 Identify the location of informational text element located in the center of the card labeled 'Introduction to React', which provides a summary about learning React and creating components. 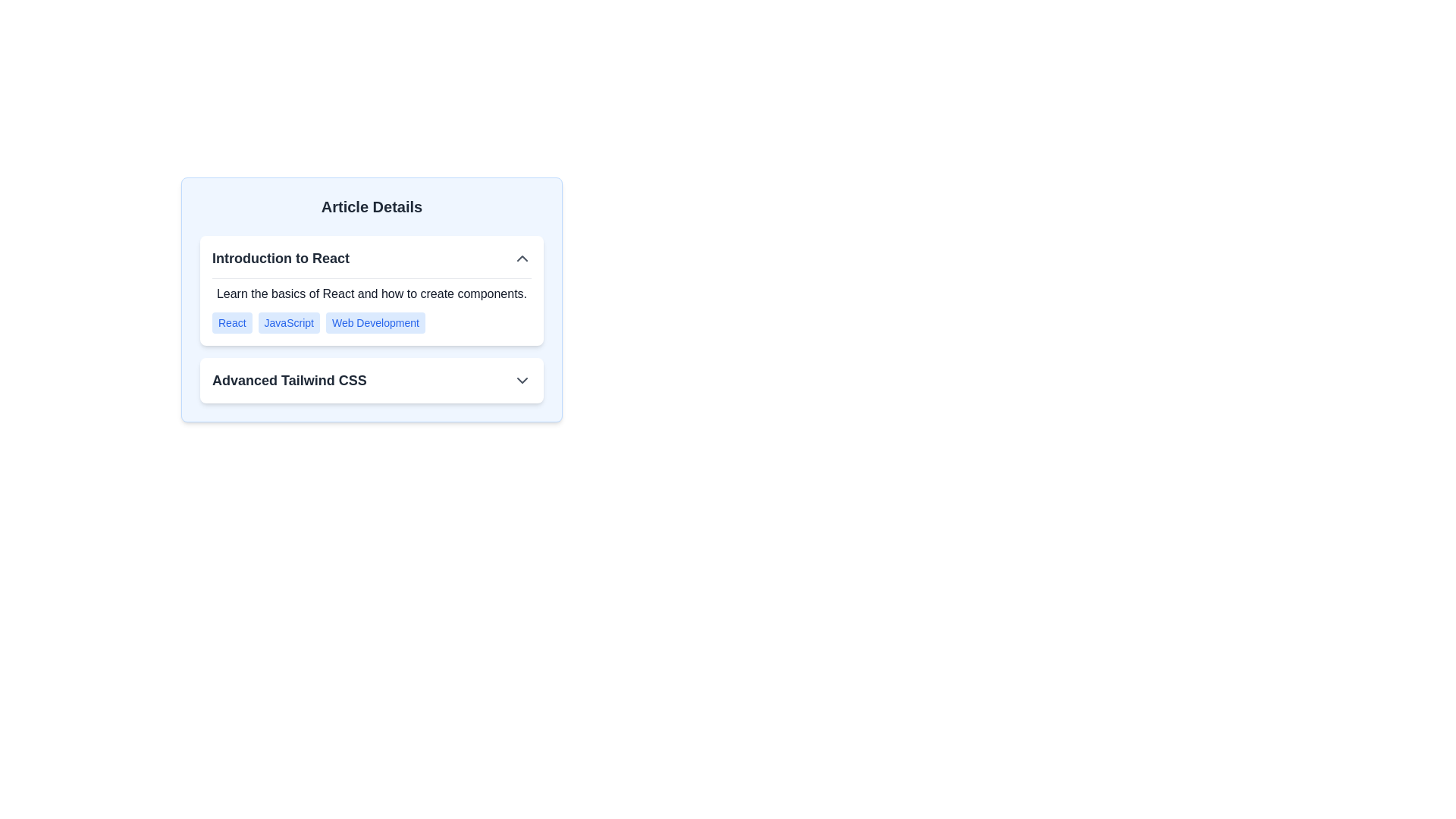
(372, 294).